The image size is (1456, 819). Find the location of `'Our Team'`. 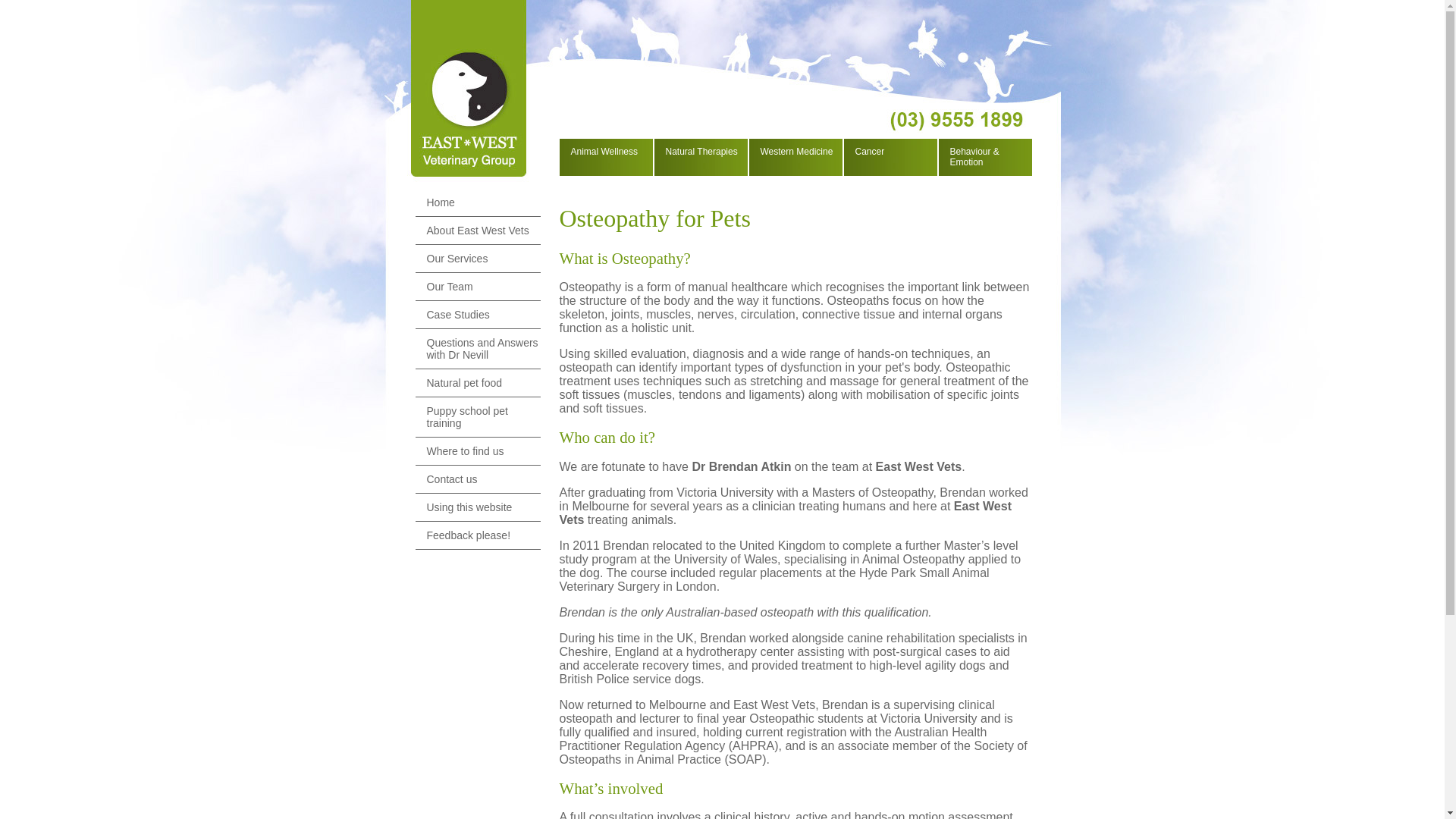

'Our Team' is located at coordinates (477, 287).